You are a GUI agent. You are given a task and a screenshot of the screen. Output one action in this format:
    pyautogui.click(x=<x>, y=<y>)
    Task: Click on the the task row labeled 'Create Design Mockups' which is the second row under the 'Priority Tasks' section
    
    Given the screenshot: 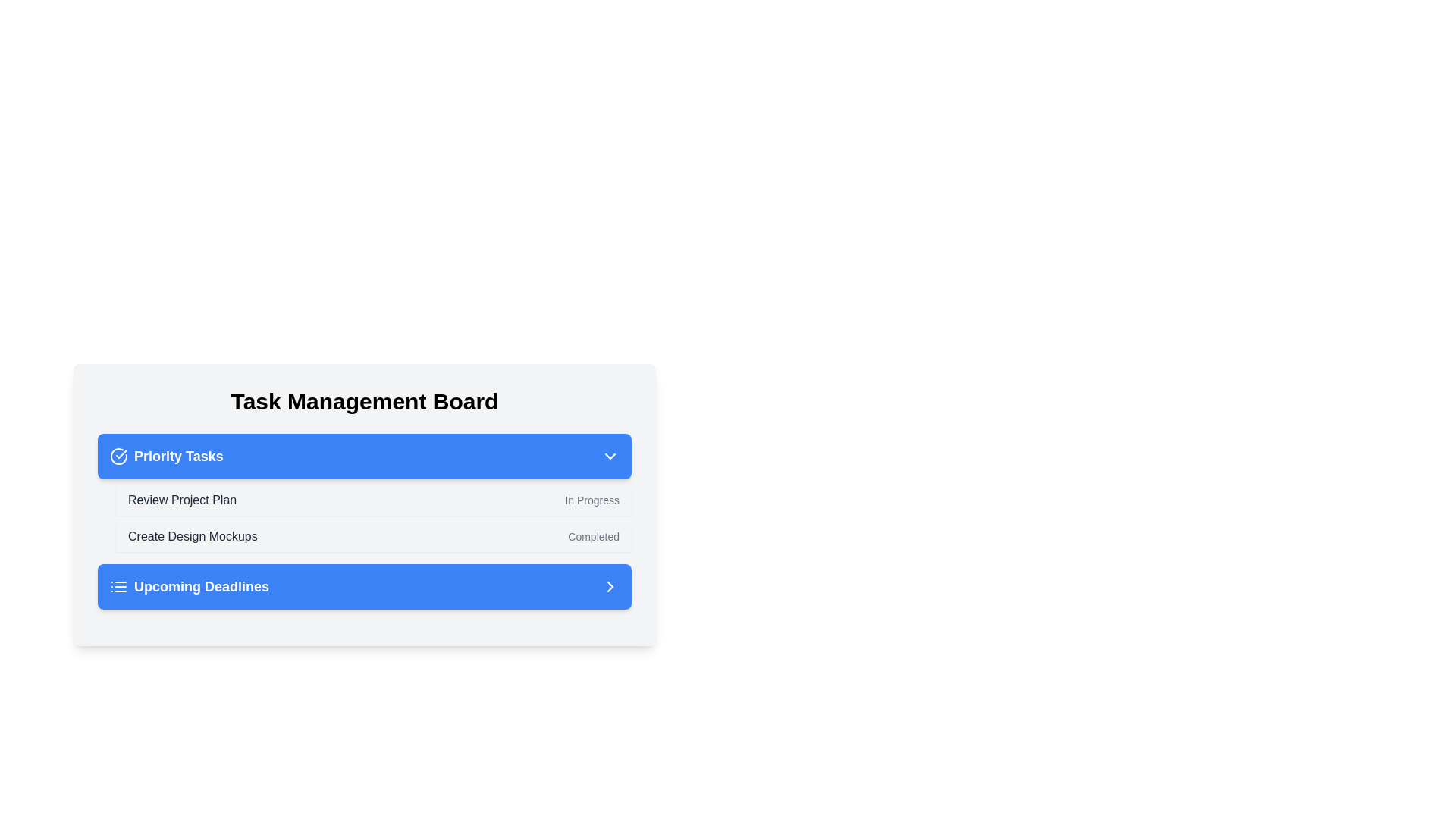 What is the action you would take?
    pyautogui.click(x=374, y=536)
    